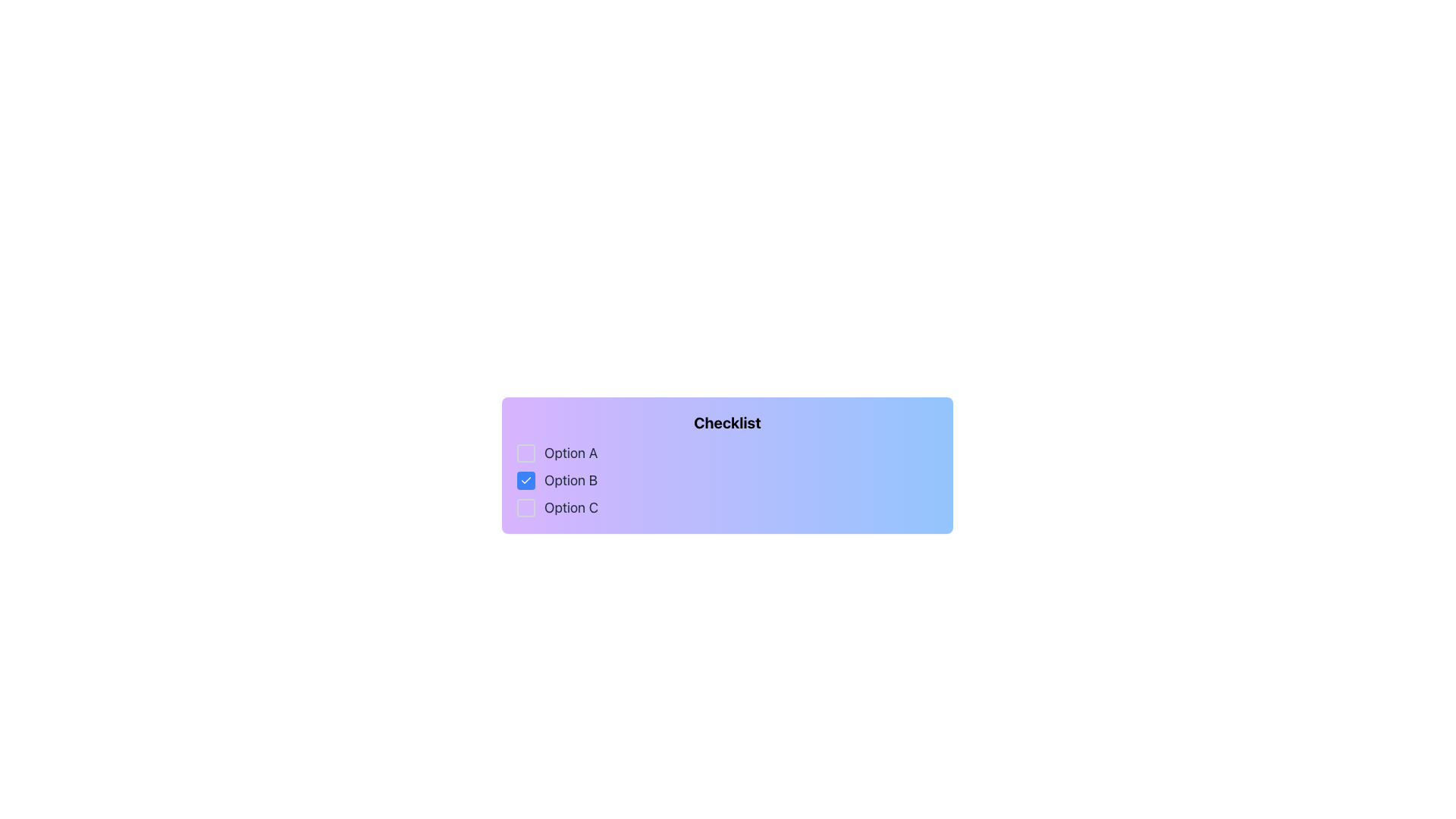  What do you see at coordinates (726, 480) in the screenshot?
I see `the Checklist element, which contains checkboxes for 'Option A', 'Option B', and 'Option C', from its current position` at bounding box center [726, 480].